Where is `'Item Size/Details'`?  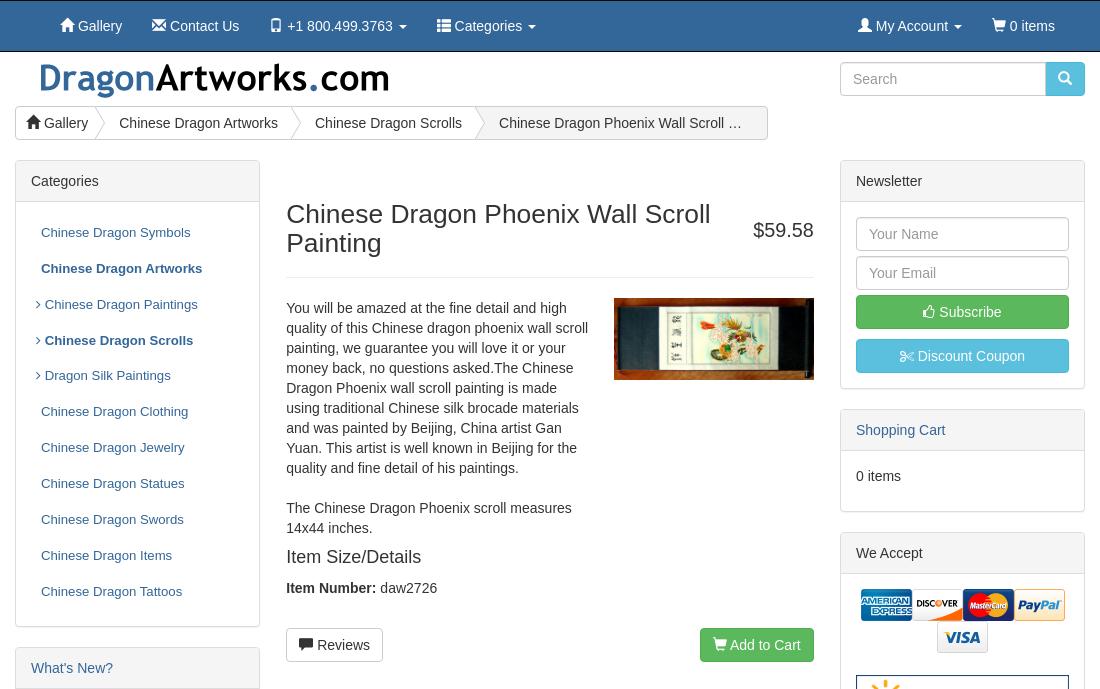 'Item Size/Details' is located at coordinates (285, 555).